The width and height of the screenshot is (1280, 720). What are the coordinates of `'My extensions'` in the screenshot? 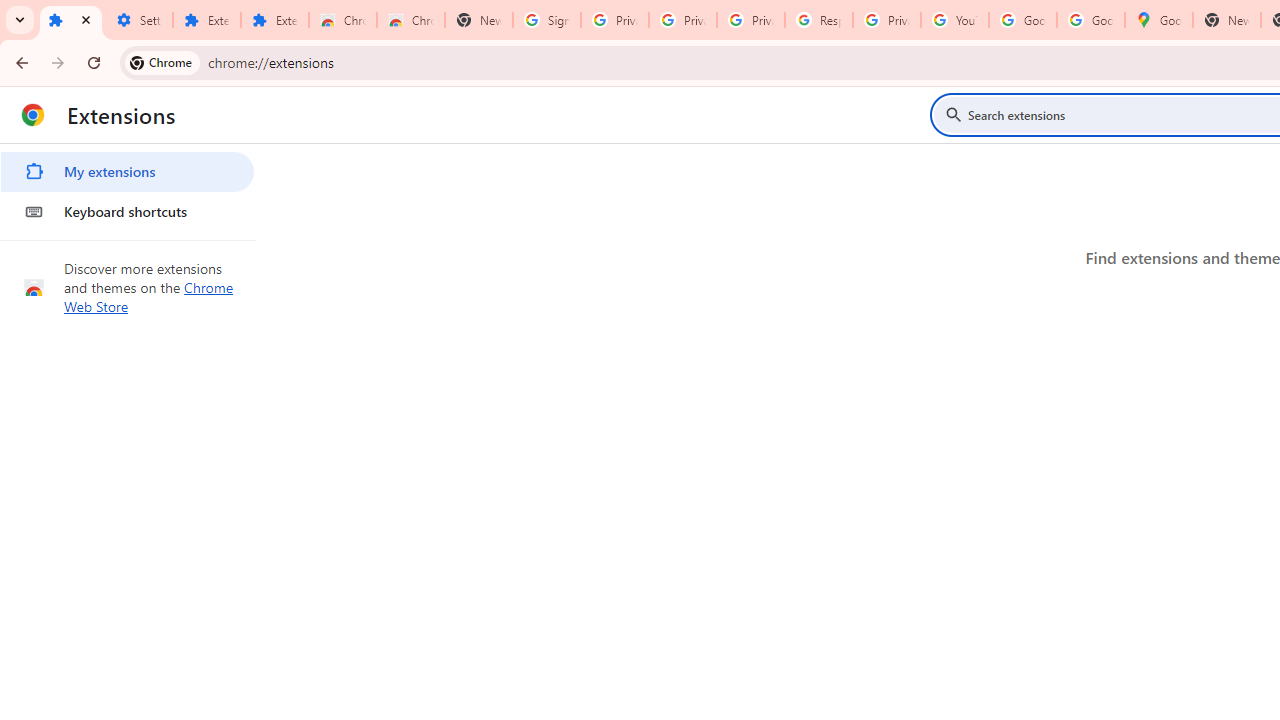 It's located at (126, 171).